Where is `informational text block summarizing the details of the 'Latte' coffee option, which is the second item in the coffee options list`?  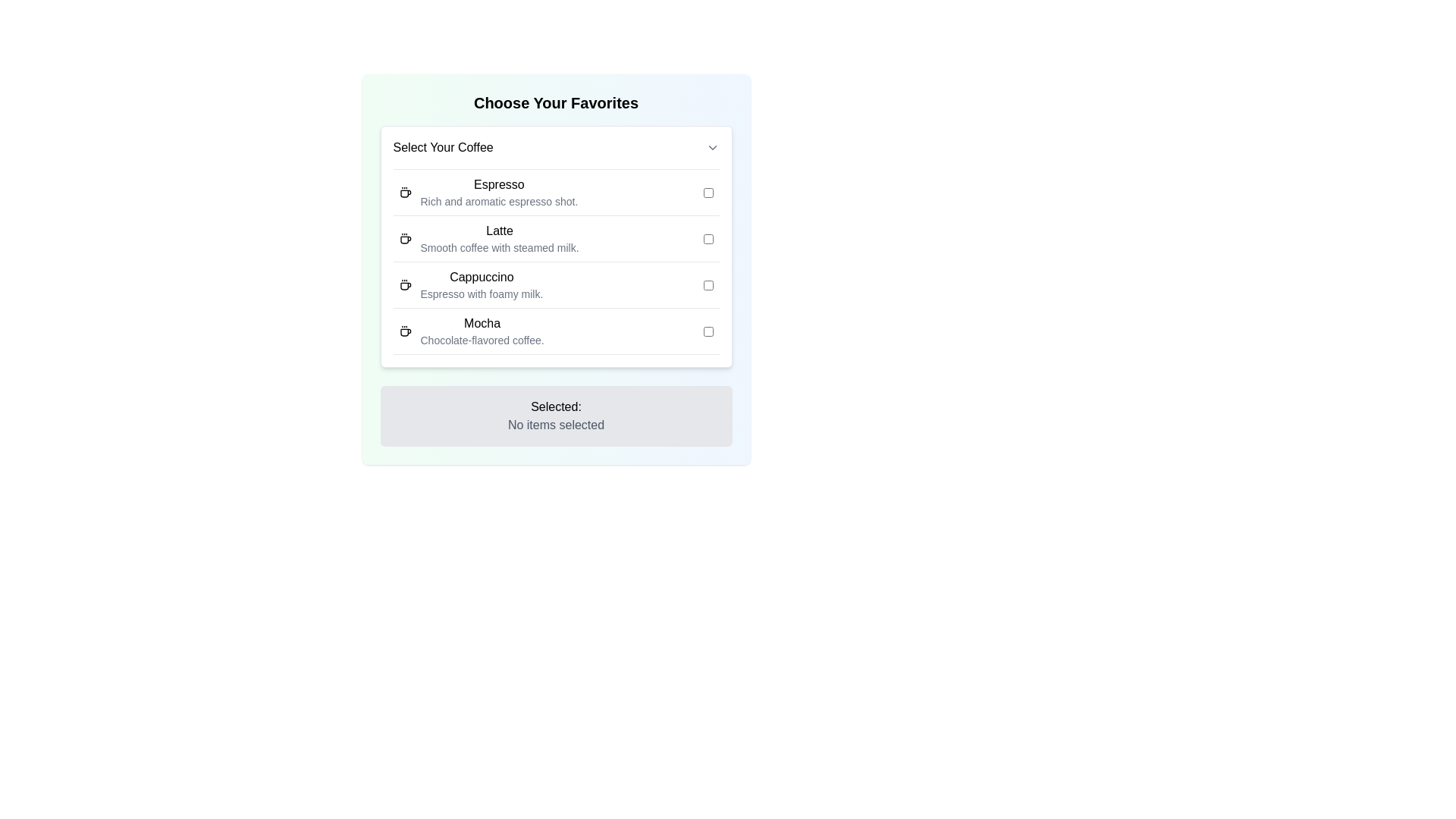 informational text block summarizing the details of the 'Latte' coffee option, which is the second item in the coffee options list is located at coordinates (489, 239).